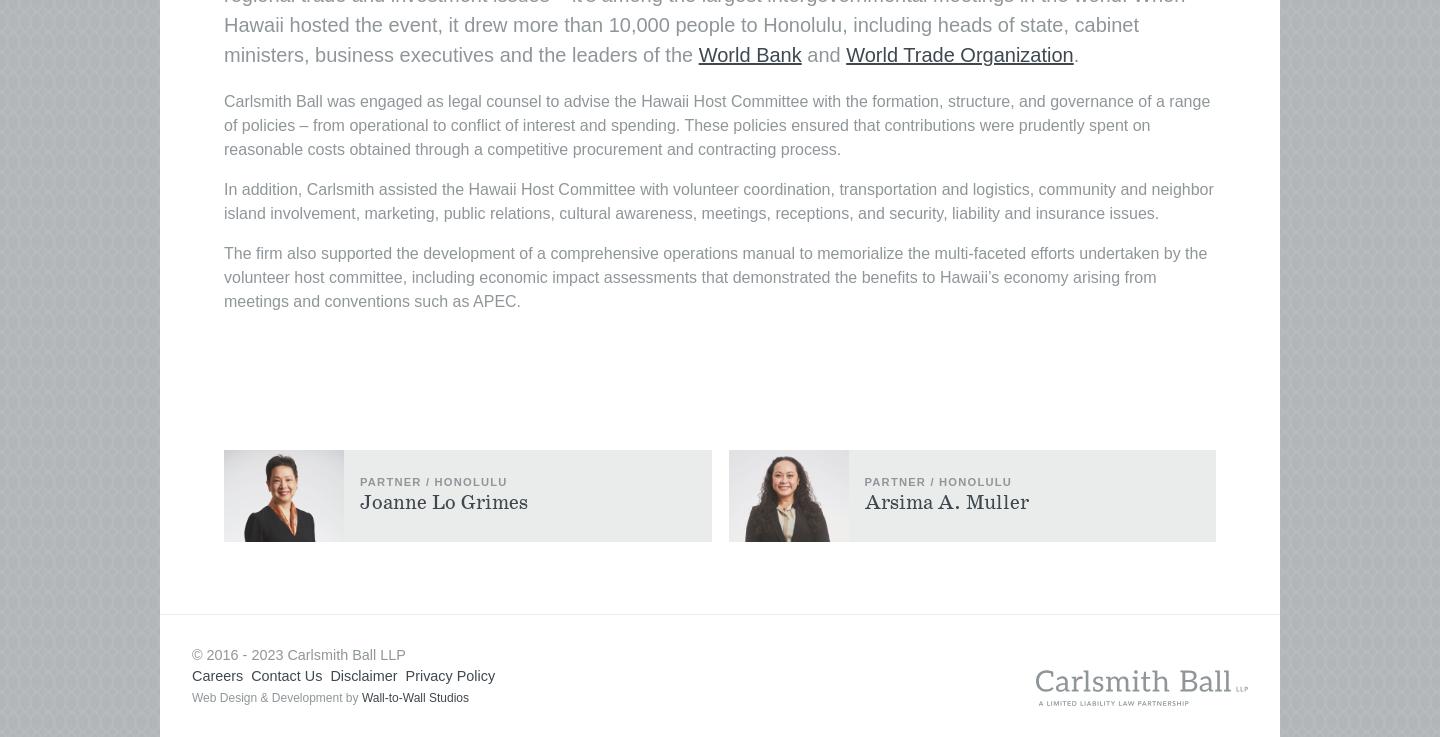 The height and width of the screenshot is (737, 1440). What do you see at coordinates (959, 54) in the screenshot?
I see `'World Trade Organization'` at bounding box center [959, 54].